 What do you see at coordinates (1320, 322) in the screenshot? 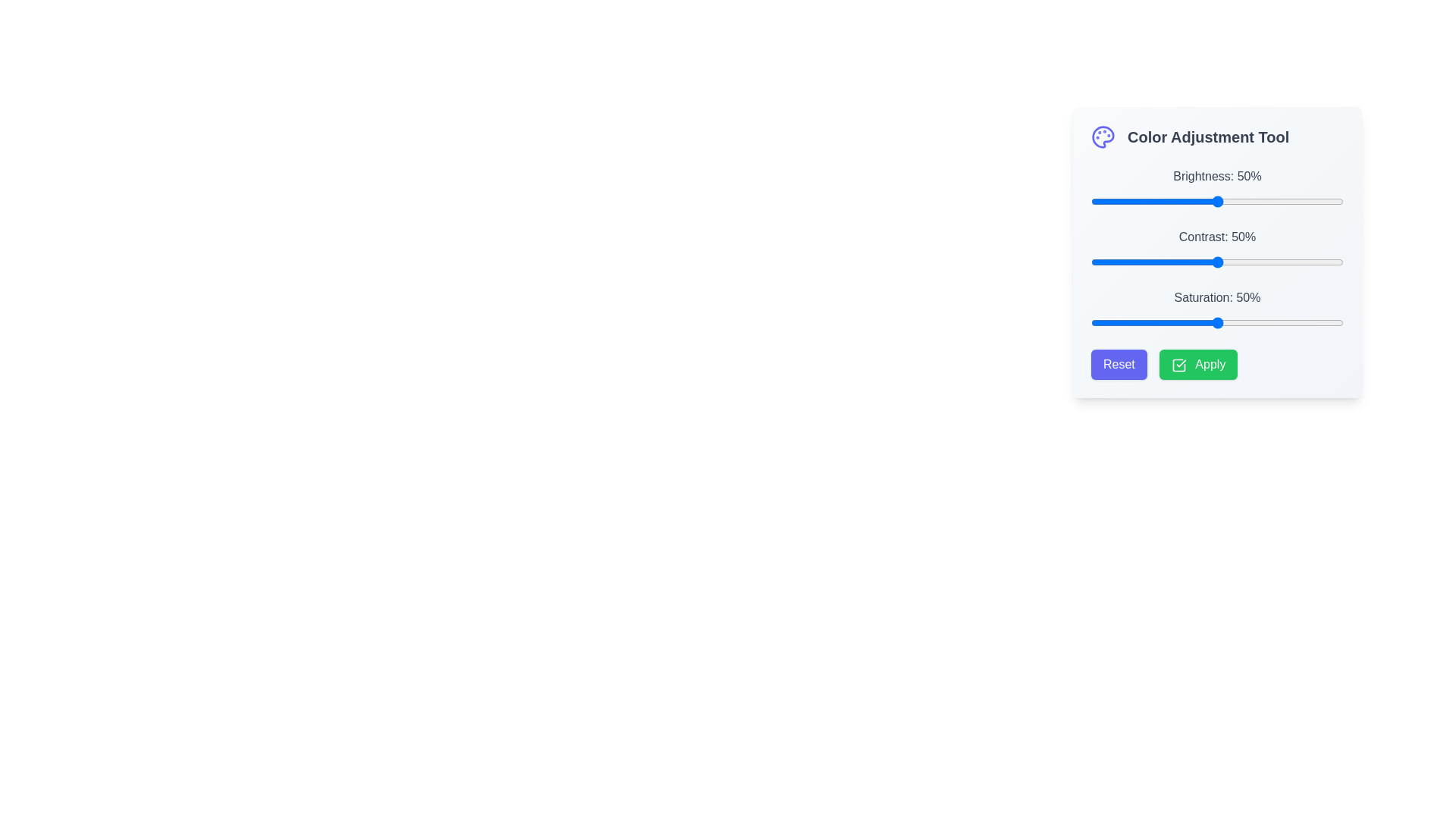
I see `the slider` at bounding box center [1320, 322].